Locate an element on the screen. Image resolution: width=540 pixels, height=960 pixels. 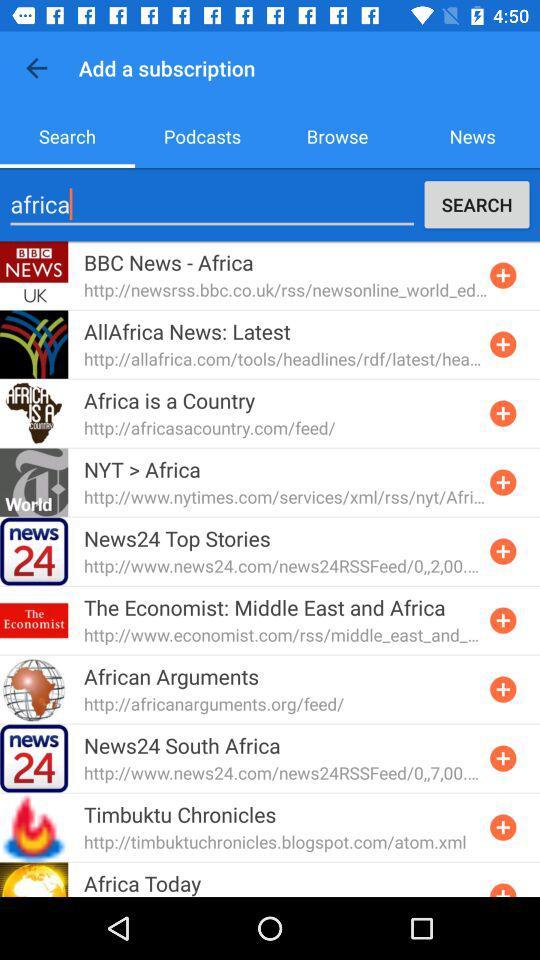
rss feed for news 24 is located at coordinates (502, 757).